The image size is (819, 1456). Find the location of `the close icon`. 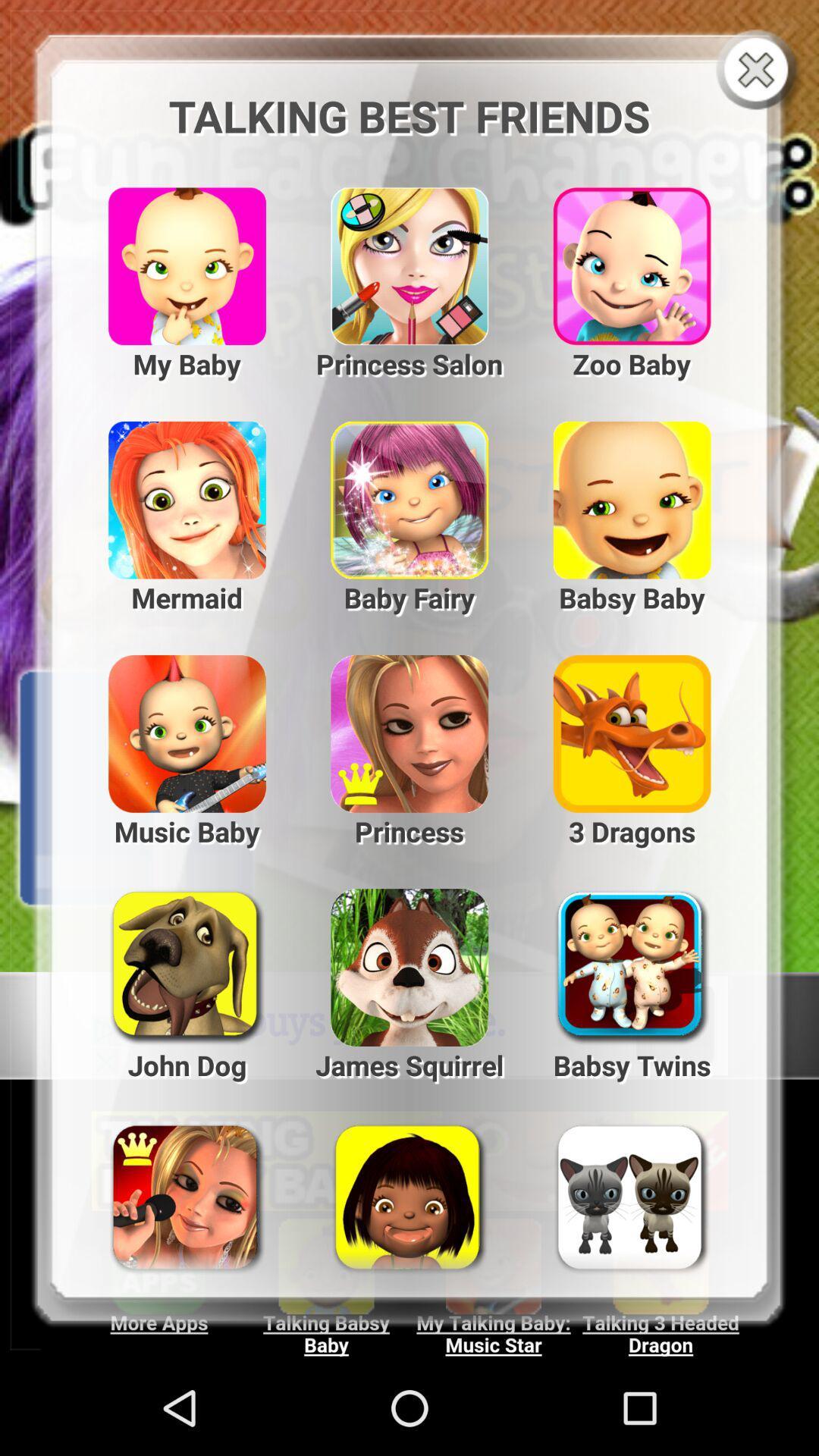

the close icon is located at coordinates (759, 76).